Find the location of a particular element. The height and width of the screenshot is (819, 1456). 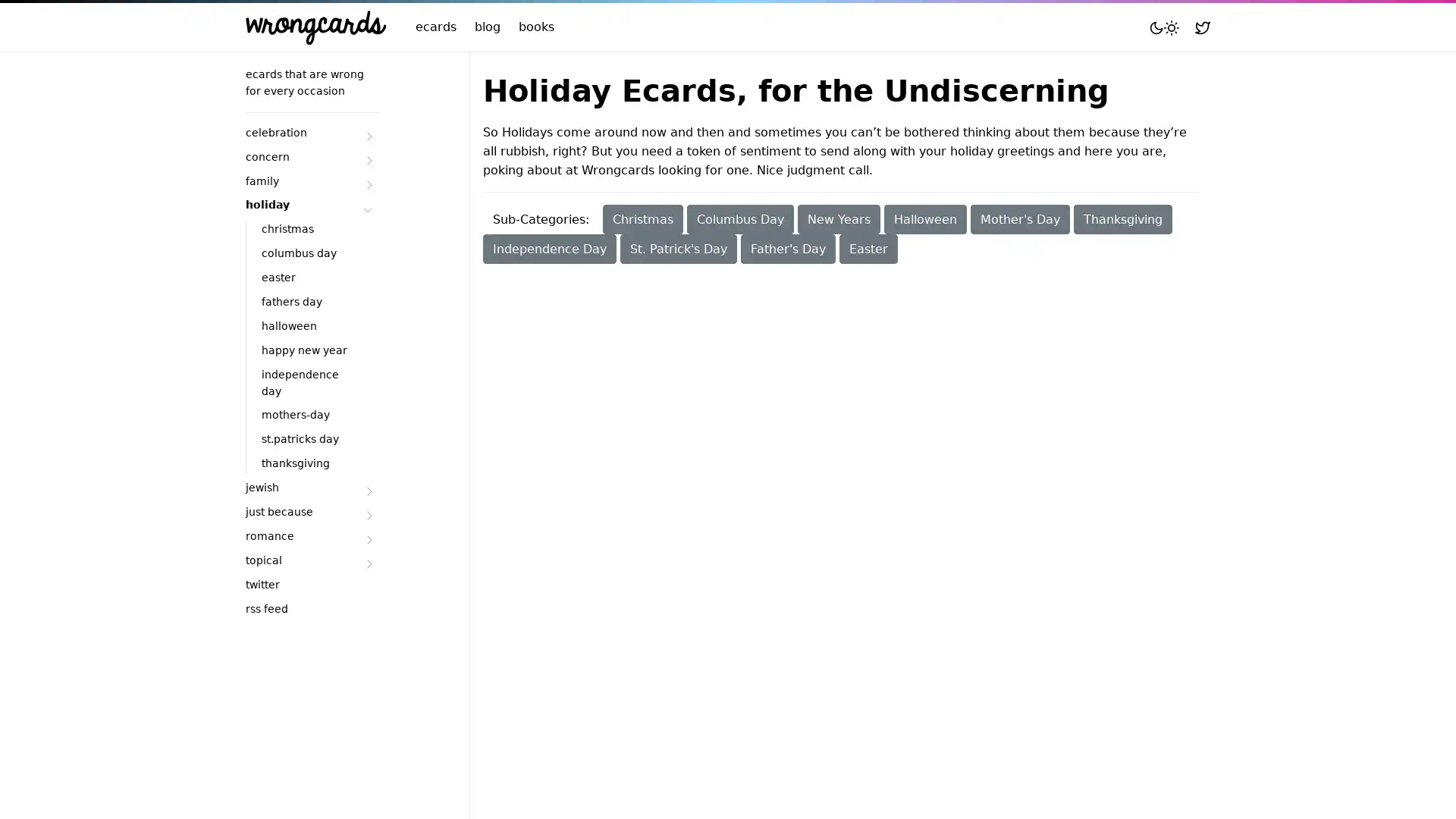

Submenu is located at coordinates (367, 134).